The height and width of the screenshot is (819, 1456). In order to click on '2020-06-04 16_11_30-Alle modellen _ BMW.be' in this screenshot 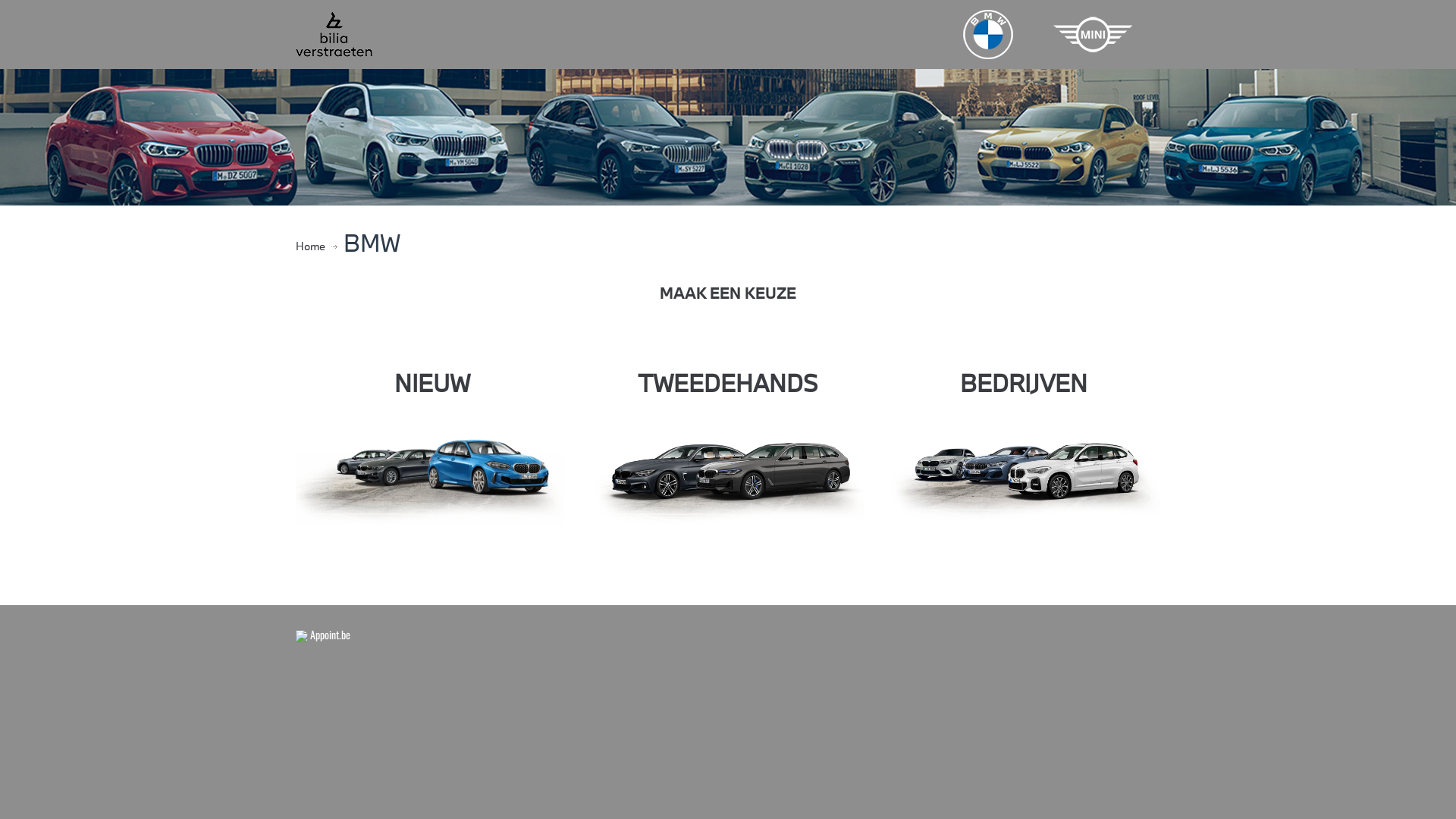, I will do `click(431, 467)`.